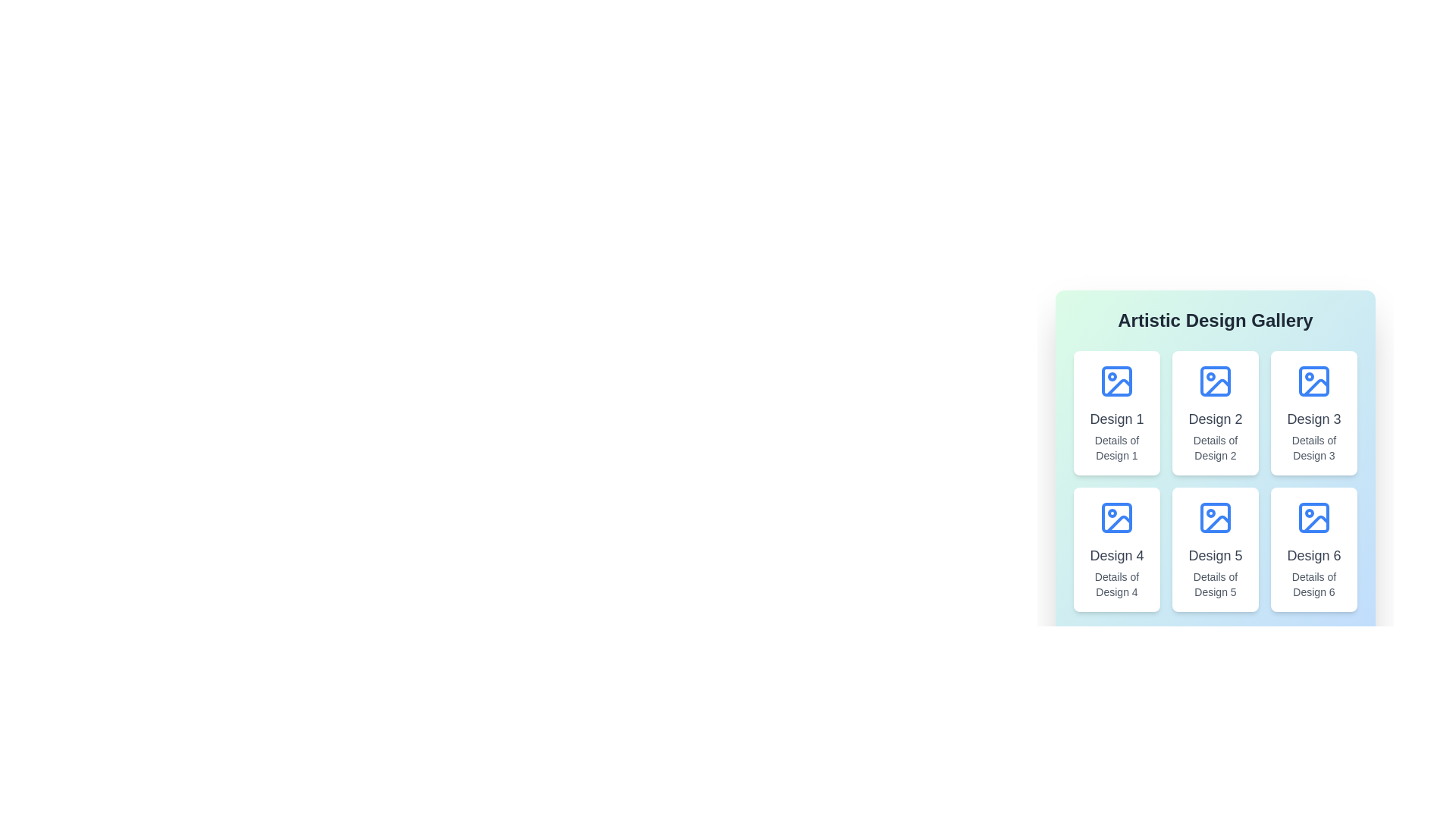 This screenshot has height=819, width=1456. I want to click on the fourth card in the gallery that provides information about 'Design 4', so click(1117, 550).